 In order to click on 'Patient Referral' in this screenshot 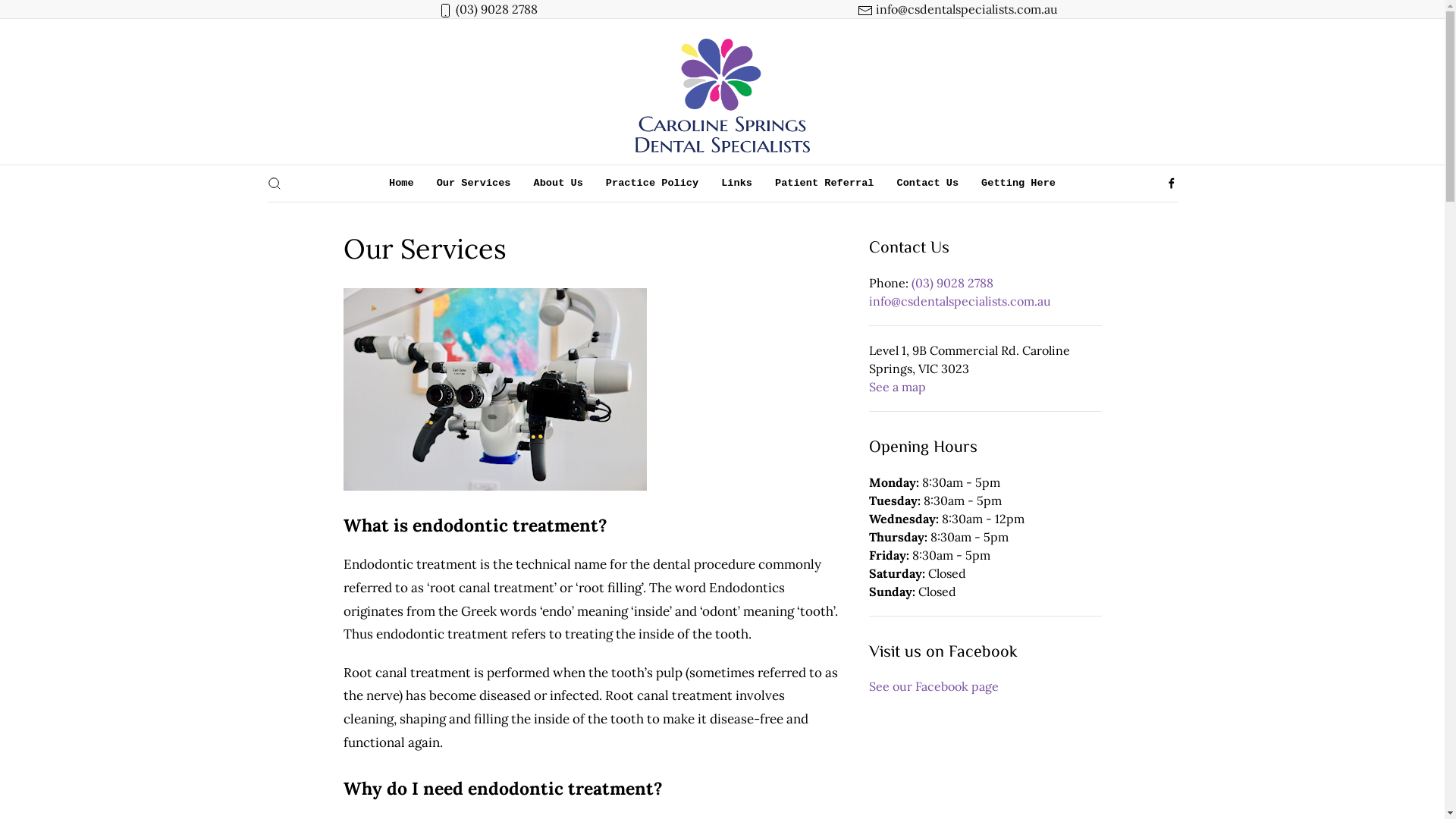, I will do `click(824, 183)`.